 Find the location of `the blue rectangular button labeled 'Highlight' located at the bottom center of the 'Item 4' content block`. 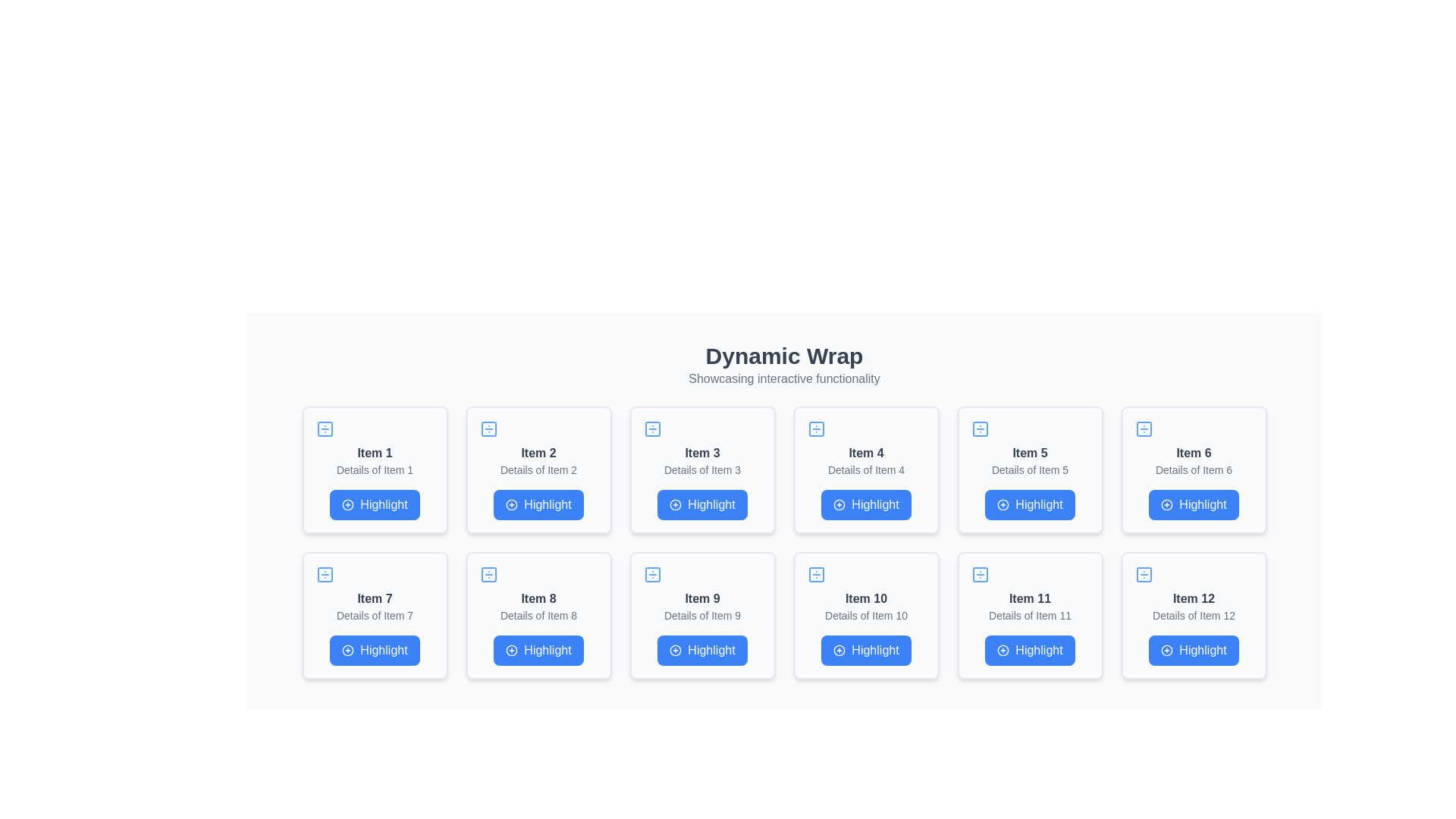

the blue rectangular button labeled 'Highlight' located at the bottom center of the 'Item 4' content block is located at coordinates (866, 505).